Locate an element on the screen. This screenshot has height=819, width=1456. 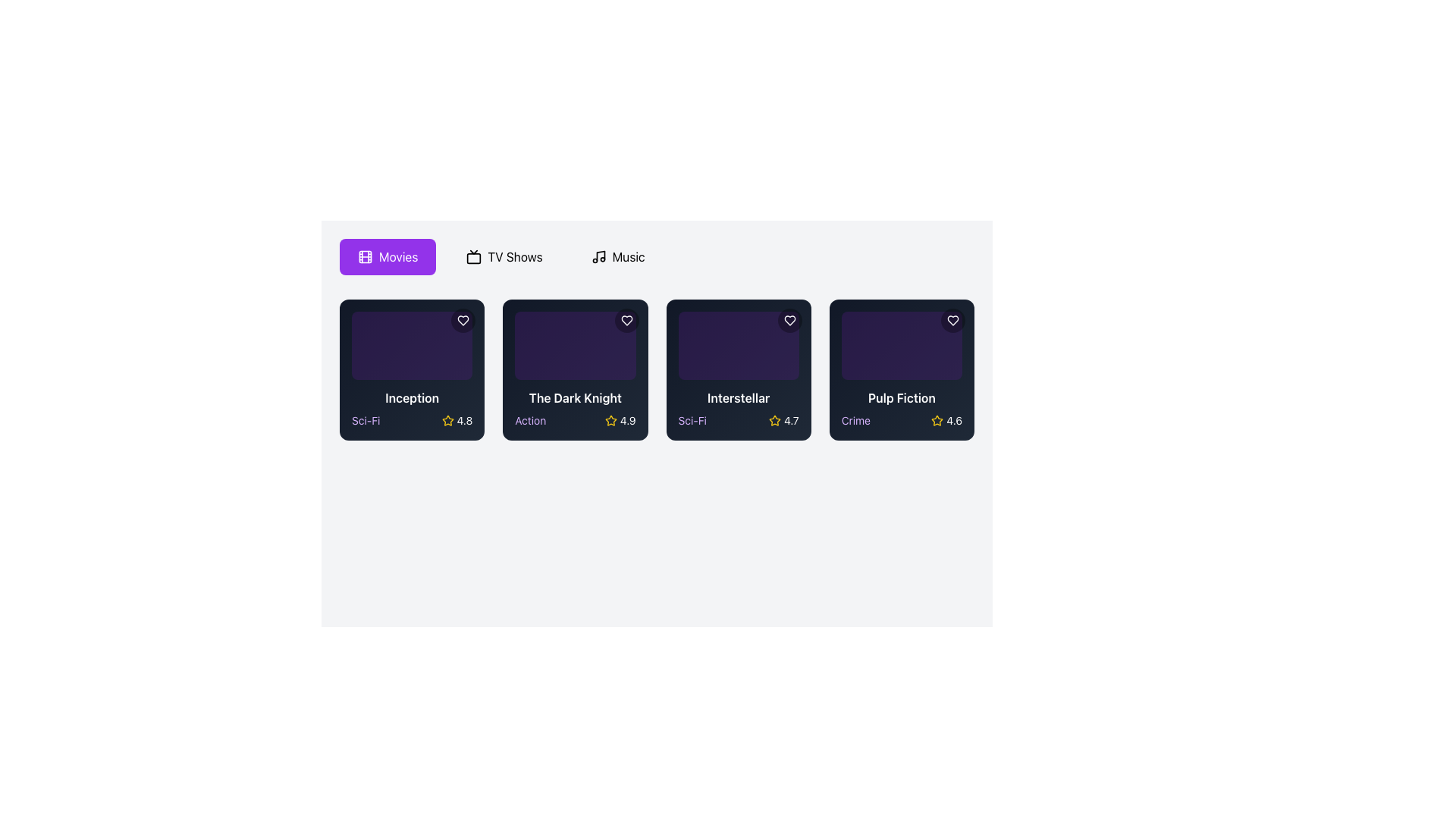
the yellow star icon representing the rating for the 'Interstellar' movie, which is located to the left of the text '4.7' is located at coordinates (775, 420).